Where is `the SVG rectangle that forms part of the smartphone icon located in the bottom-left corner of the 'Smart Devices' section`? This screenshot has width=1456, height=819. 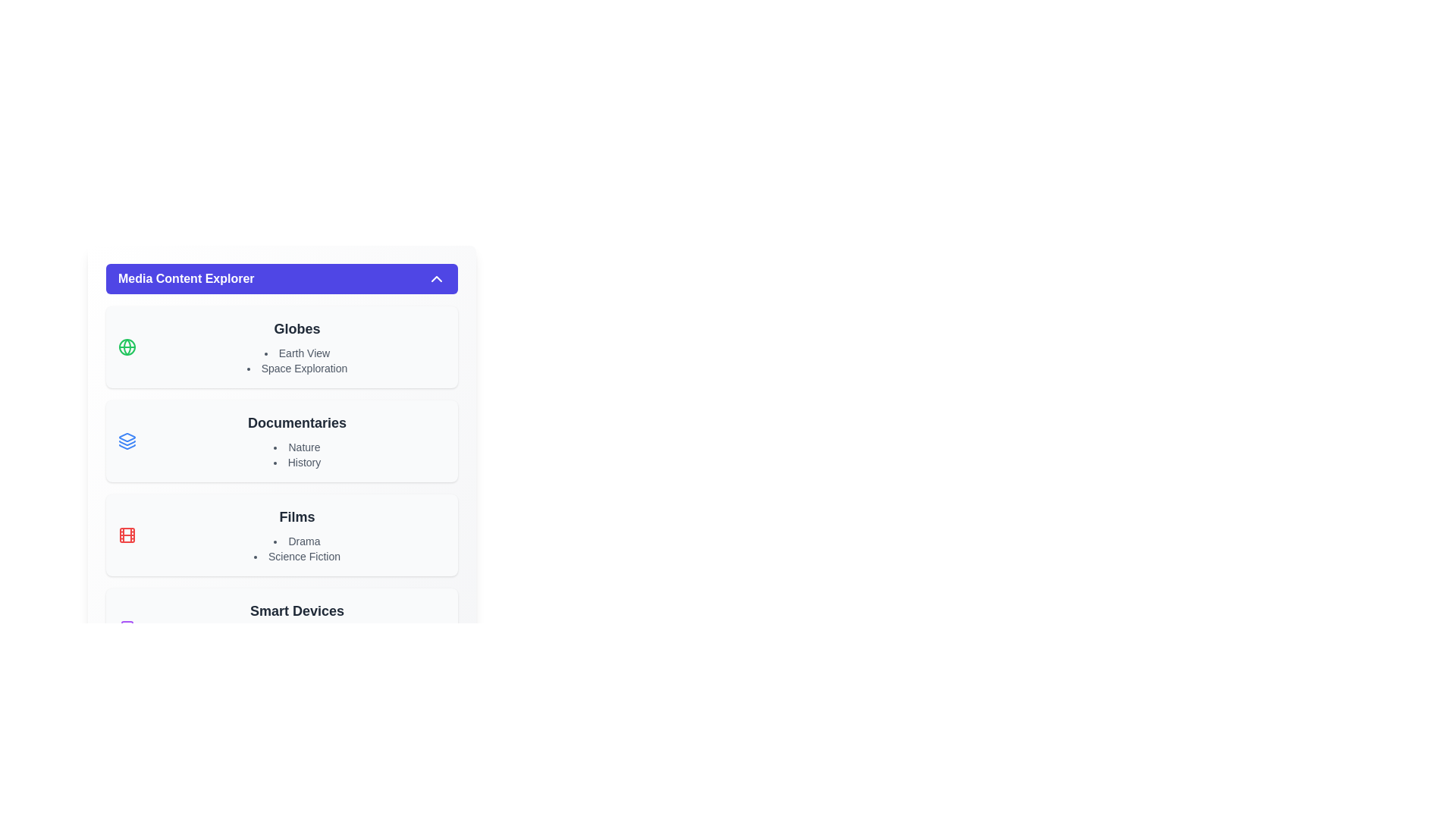
the SVG rectangle that forms part of the smartphone icon located in the bottom-left corner of the 'Smart Devices' section is located at coordinates (127, 629).